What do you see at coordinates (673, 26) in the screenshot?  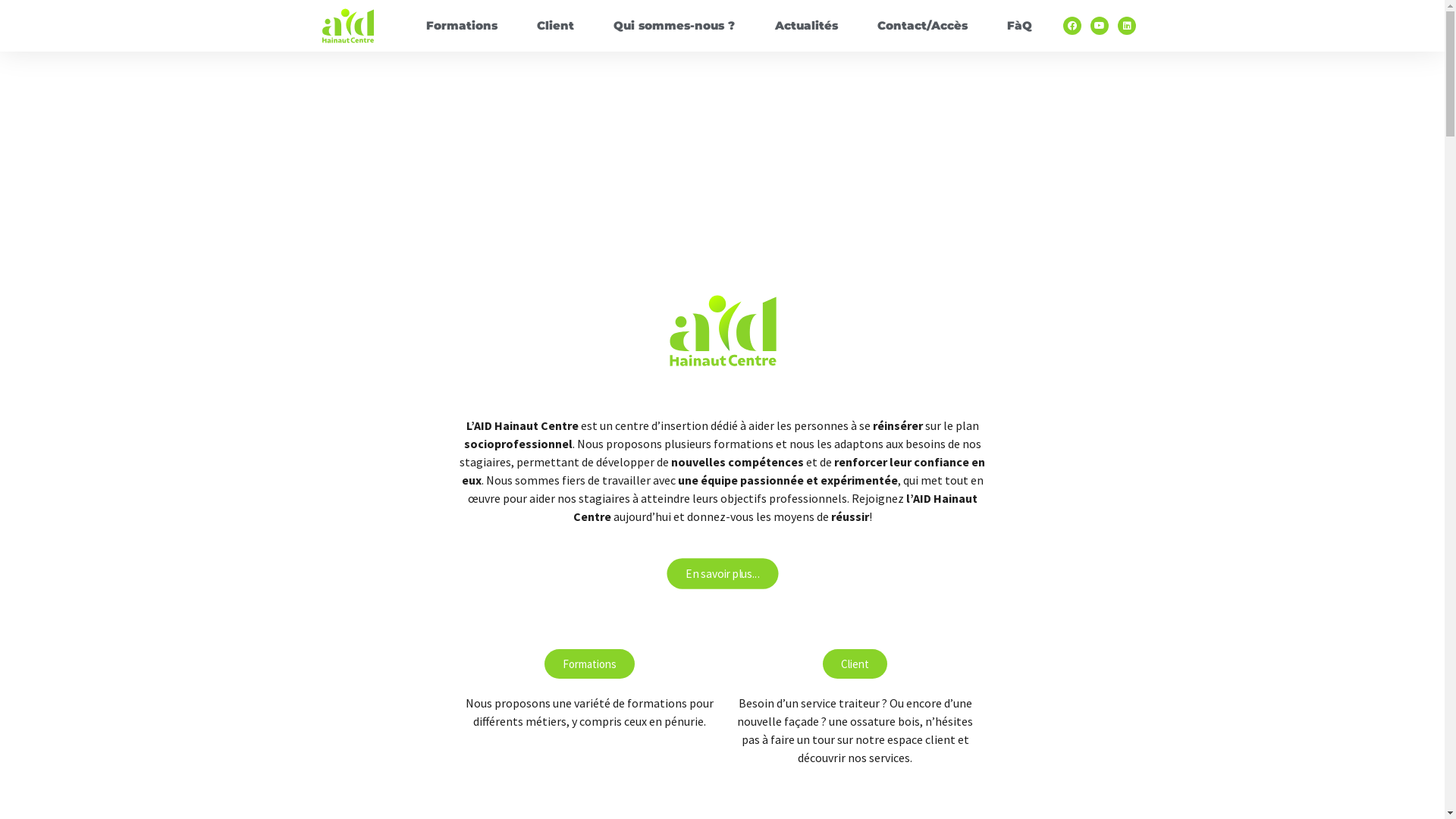 I see `'Qui sommes-nous ?'` at bounding box center [673, 26].